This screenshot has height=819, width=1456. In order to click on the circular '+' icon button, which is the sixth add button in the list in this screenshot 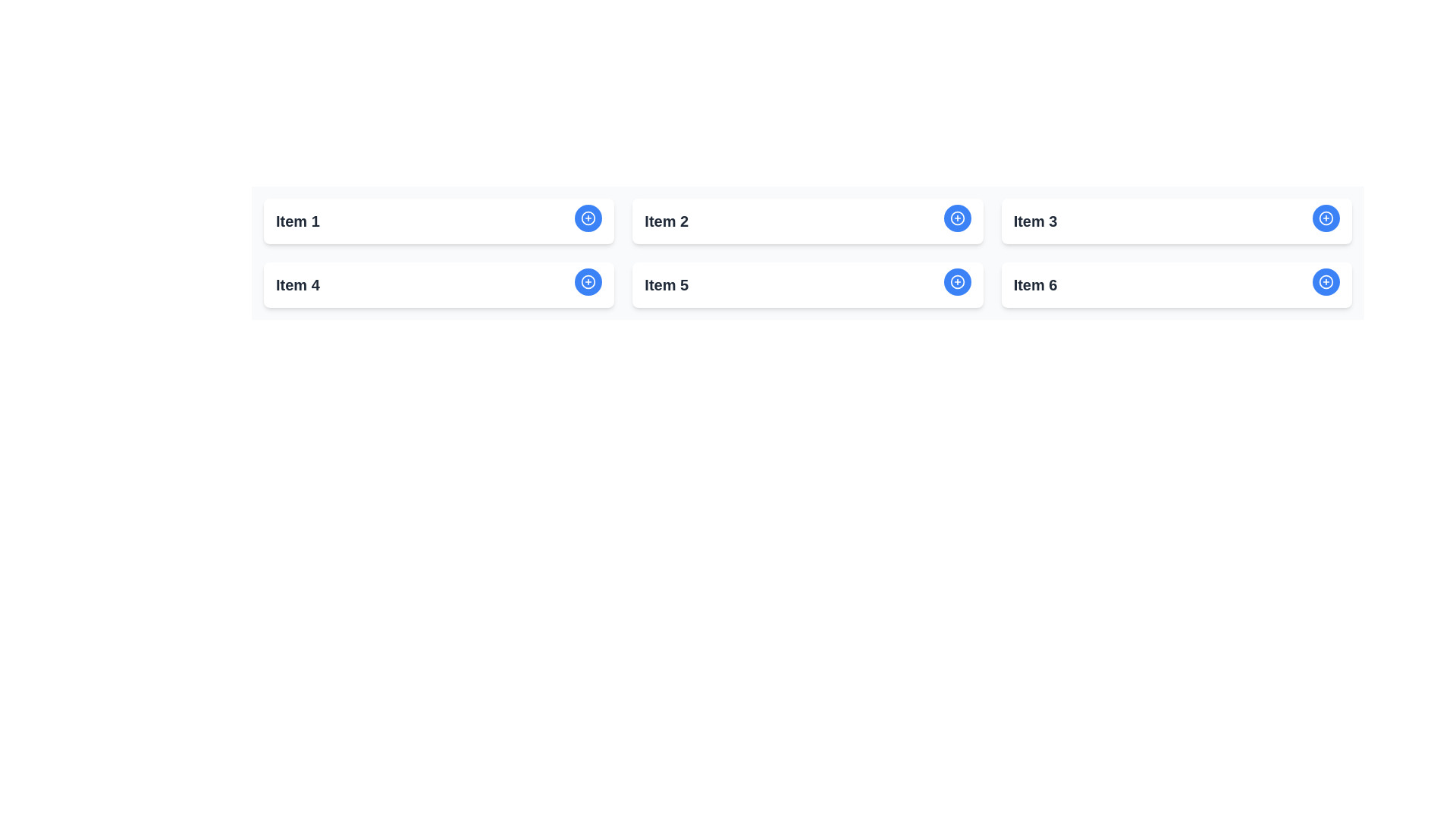, I will do `click(1325, 281)`.